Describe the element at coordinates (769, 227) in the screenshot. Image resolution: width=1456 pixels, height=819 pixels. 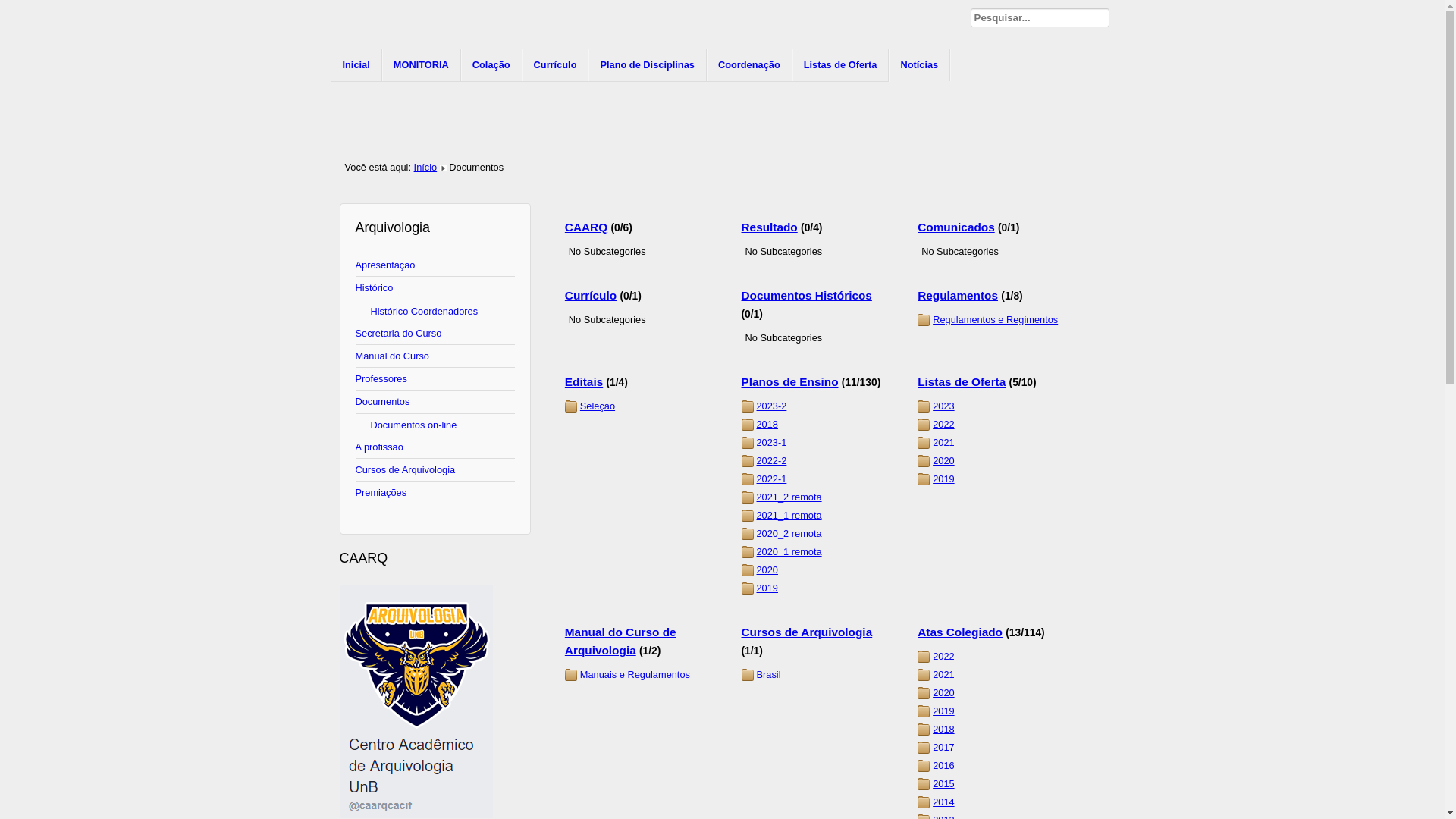
I see `'Resultado'` at that location.